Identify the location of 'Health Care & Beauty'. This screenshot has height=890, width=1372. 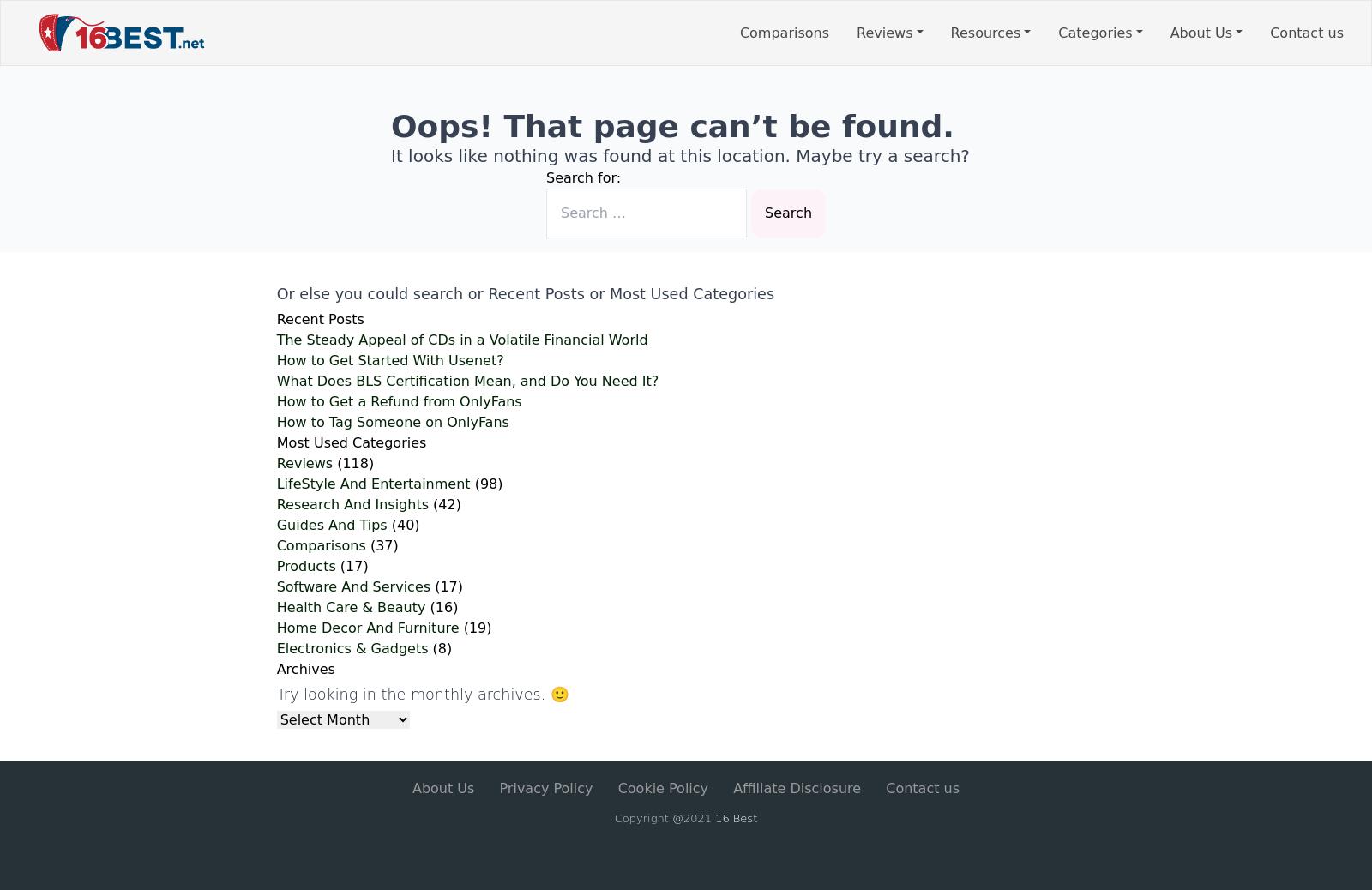
(349, 606).